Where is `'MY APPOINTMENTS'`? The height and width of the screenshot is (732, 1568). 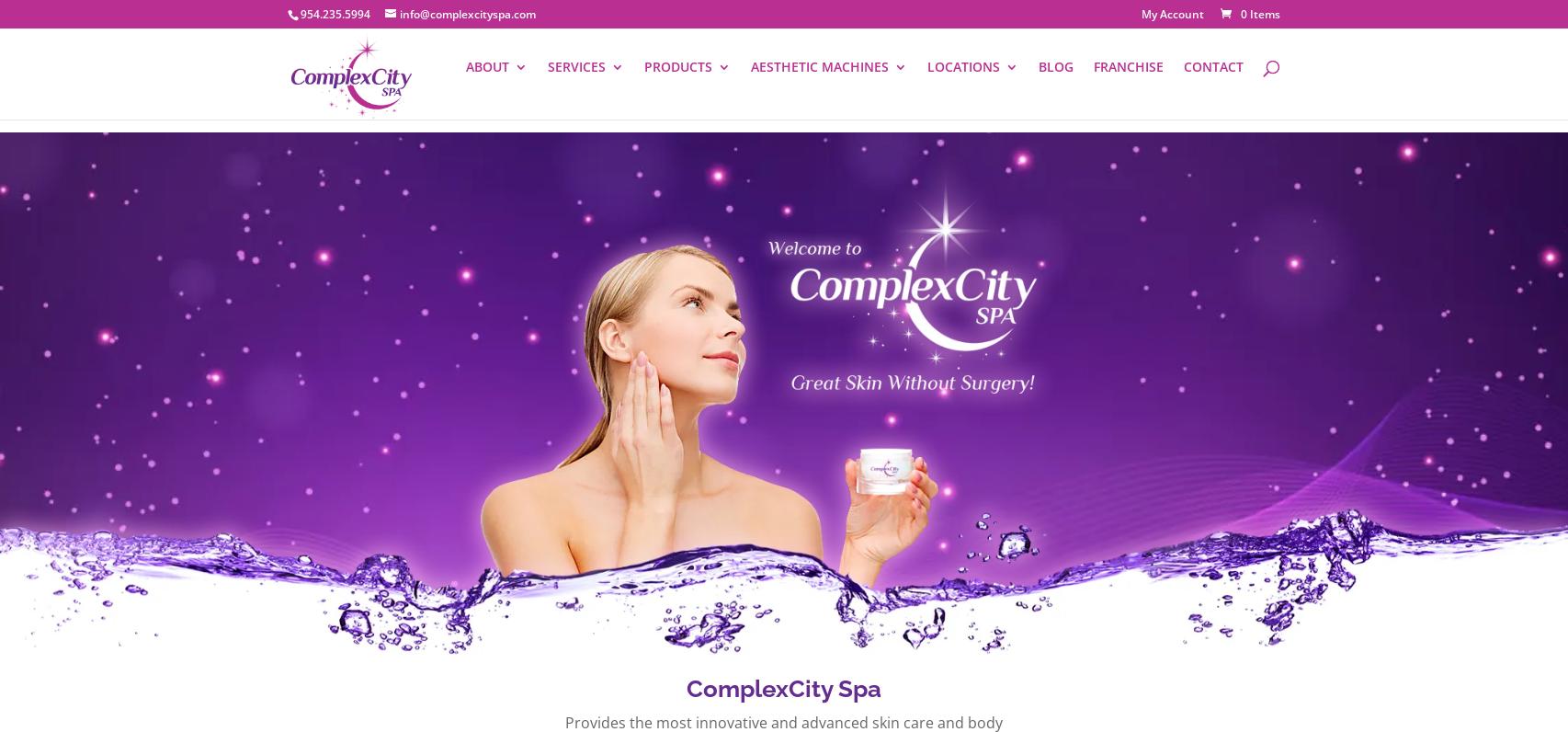 'MY APPOINTMENTS' is located at coordinates (867, 318).